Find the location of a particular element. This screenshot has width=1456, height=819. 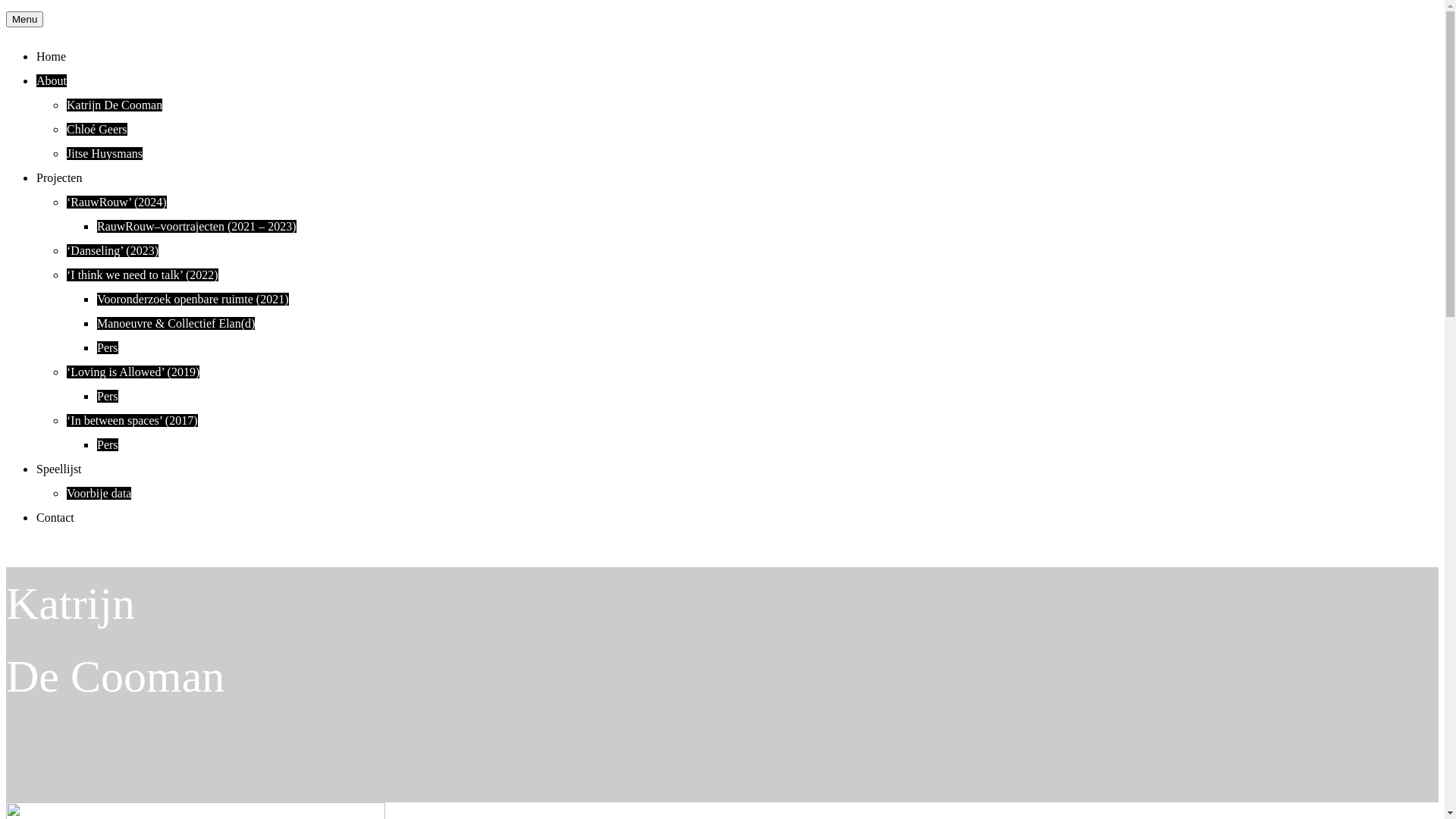

'Speellijst' is located at coordinates (58, 468).